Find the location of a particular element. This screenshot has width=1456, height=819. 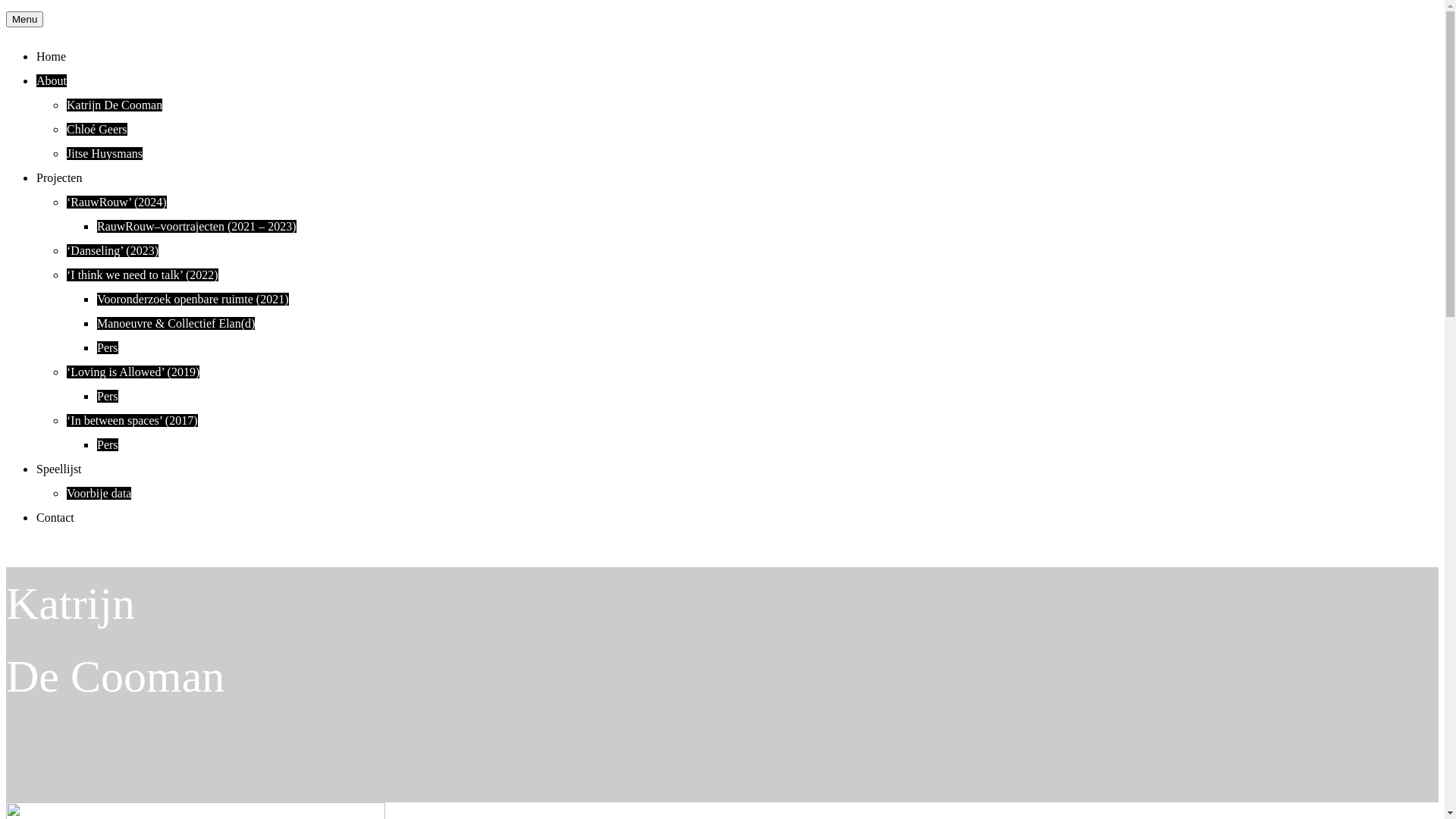

'Speellijst' is located at coordinates (58, 468).